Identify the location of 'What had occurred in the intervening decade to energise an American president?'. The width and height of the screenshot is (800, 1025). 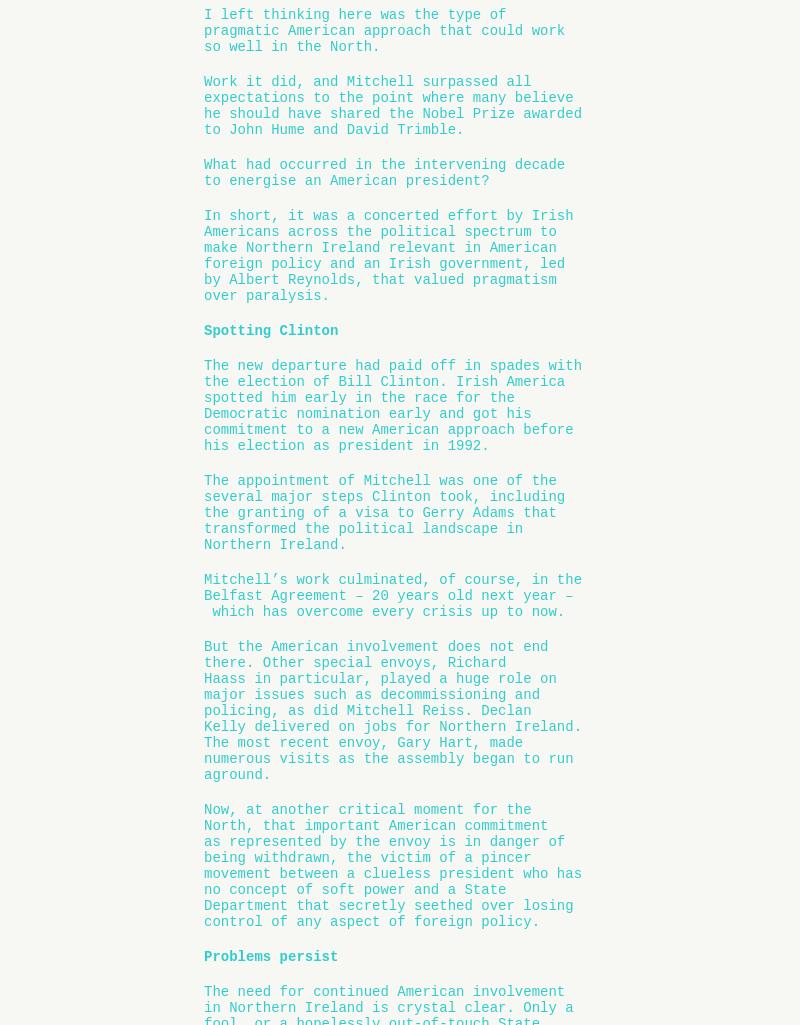
(383, 170).